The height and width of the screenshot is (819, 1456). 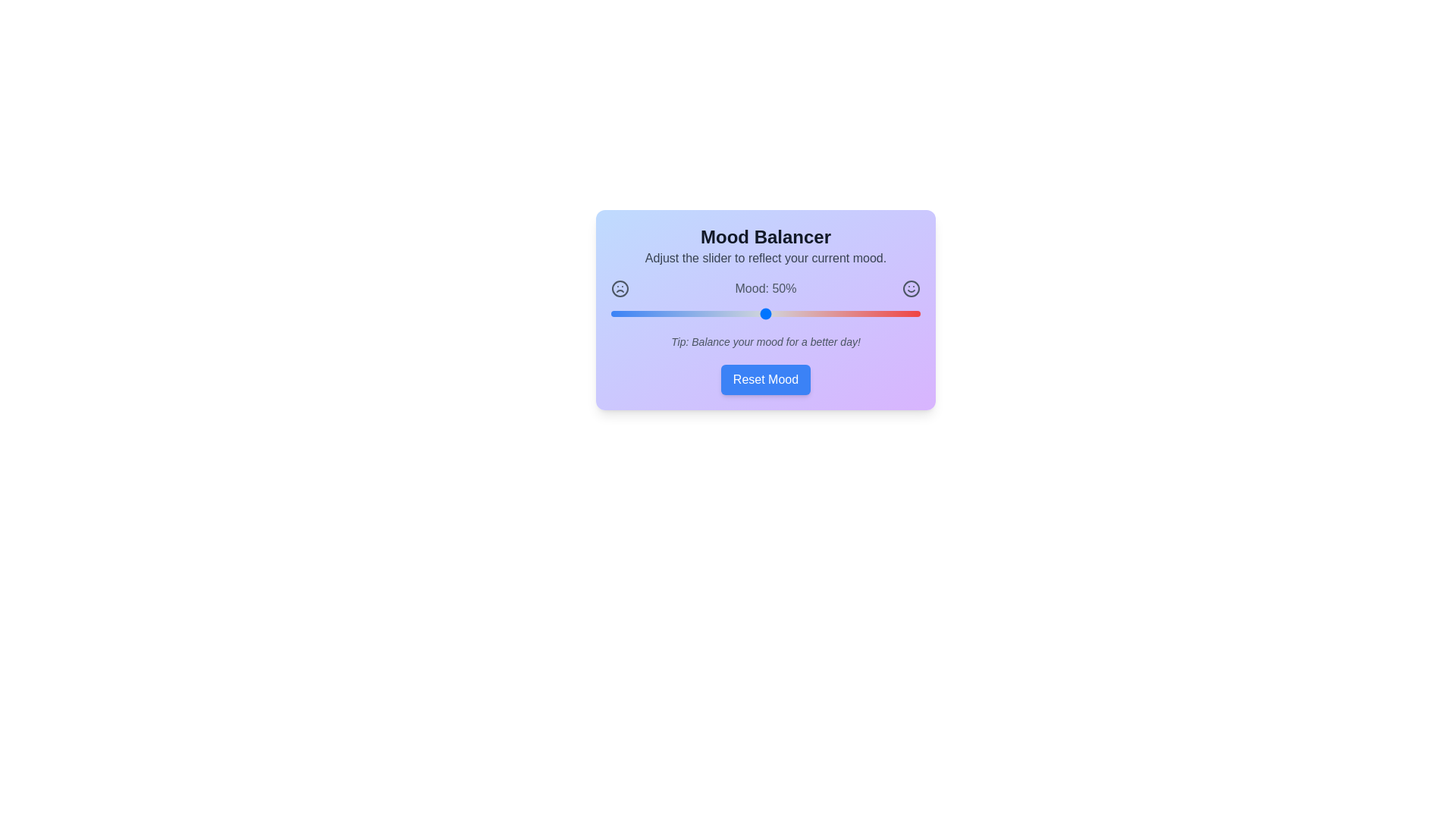 I want to click on the mood slider to 99%, so click(x=916, y=312).